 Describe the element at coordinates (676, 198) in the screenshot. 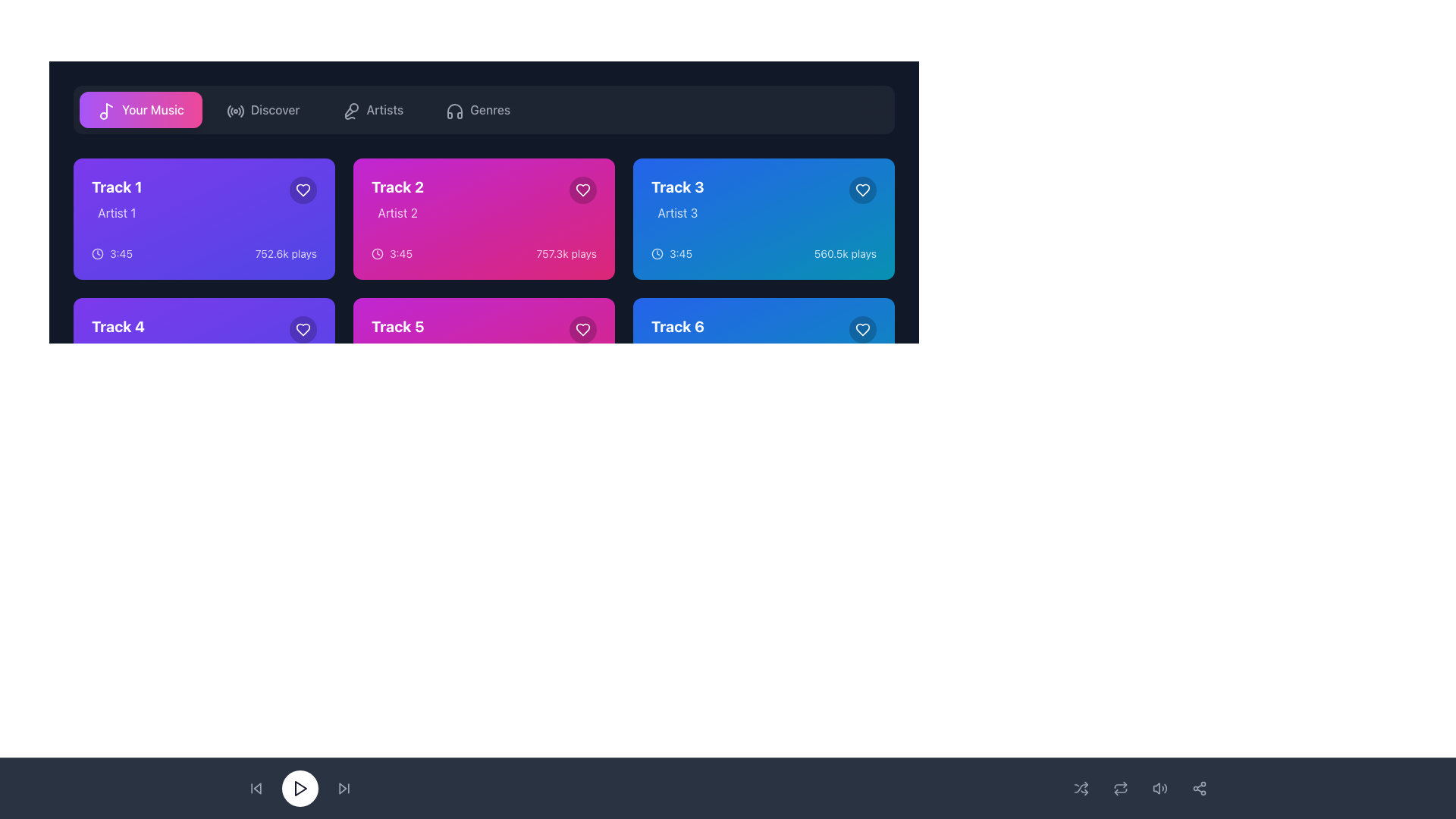

I see `the Text display component that shows track and artist information, located in the top-right corner of the grid, specifically the third item in the first row` at that location.